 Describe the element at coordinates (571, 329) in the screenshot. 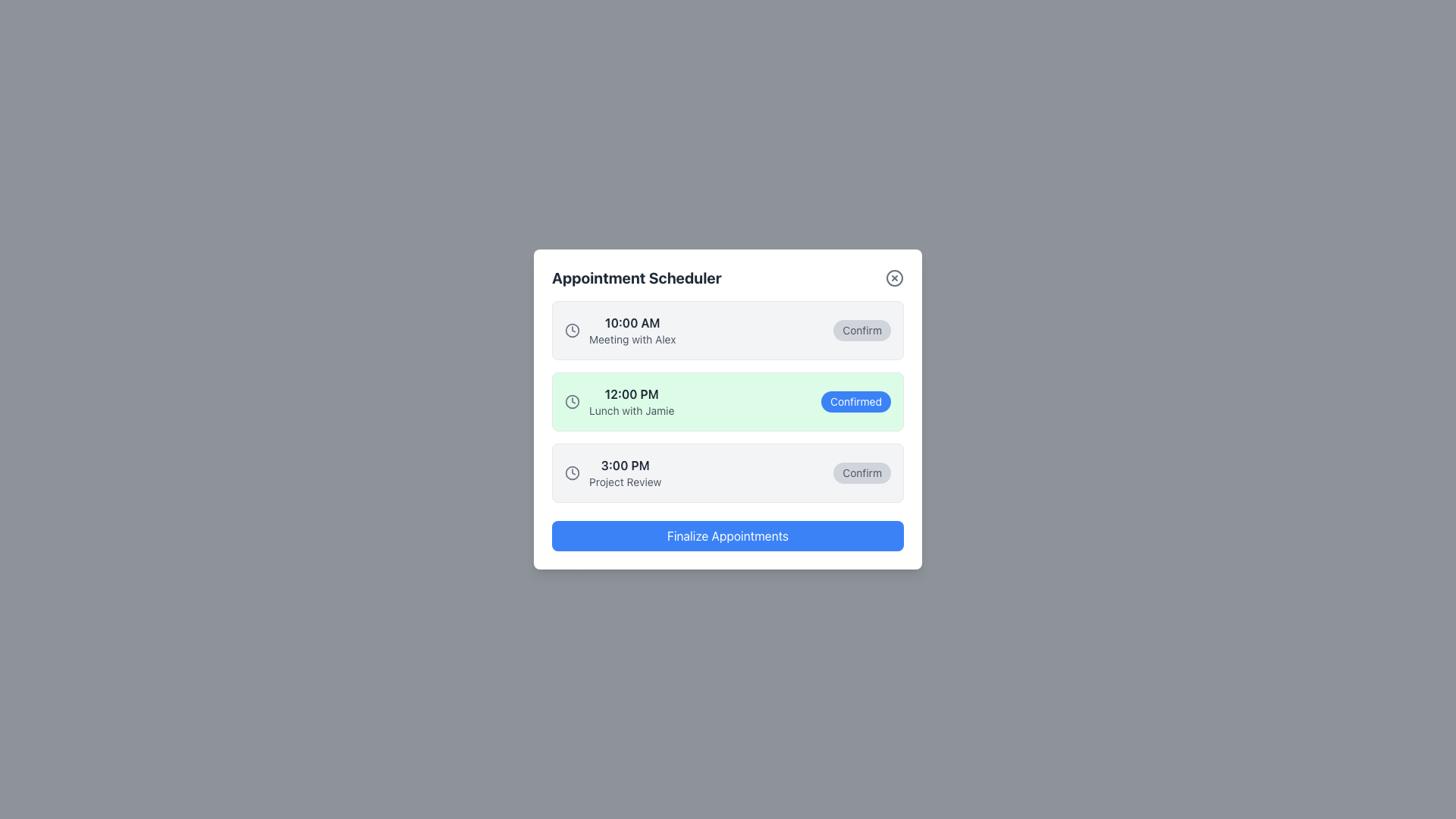

I see `the time-related icon located to the left of the '10:00 AM Meeting with Alex' entry in the scheduled appointments list` at that location.